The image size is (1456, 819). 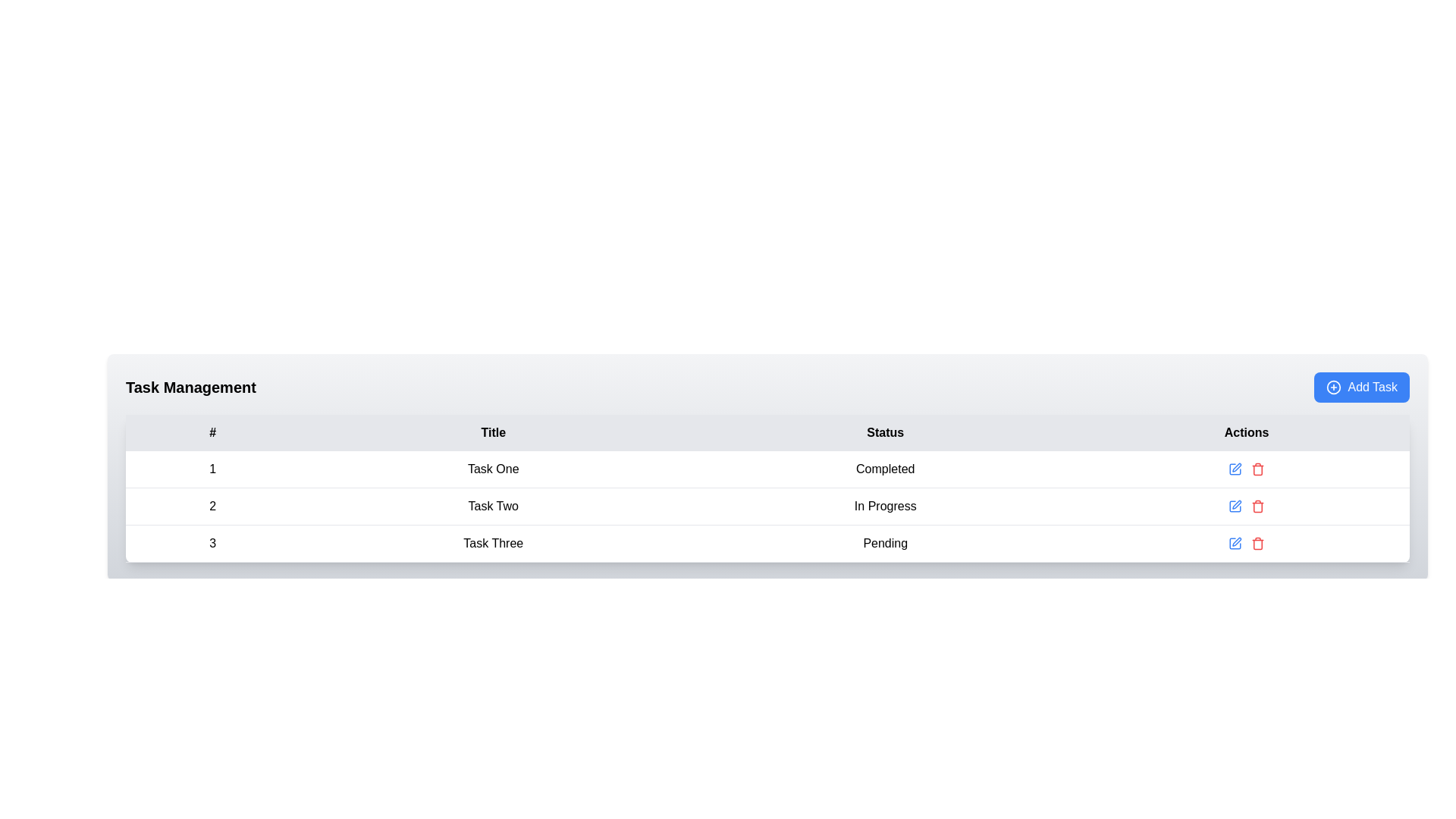 What do you see at coordinates (493, 469) in the screenshot?
I see `the text label displaying 'Task One' which is bold and centered in the task management table, located under the 'Title' column` at bounding box center [493, 469].